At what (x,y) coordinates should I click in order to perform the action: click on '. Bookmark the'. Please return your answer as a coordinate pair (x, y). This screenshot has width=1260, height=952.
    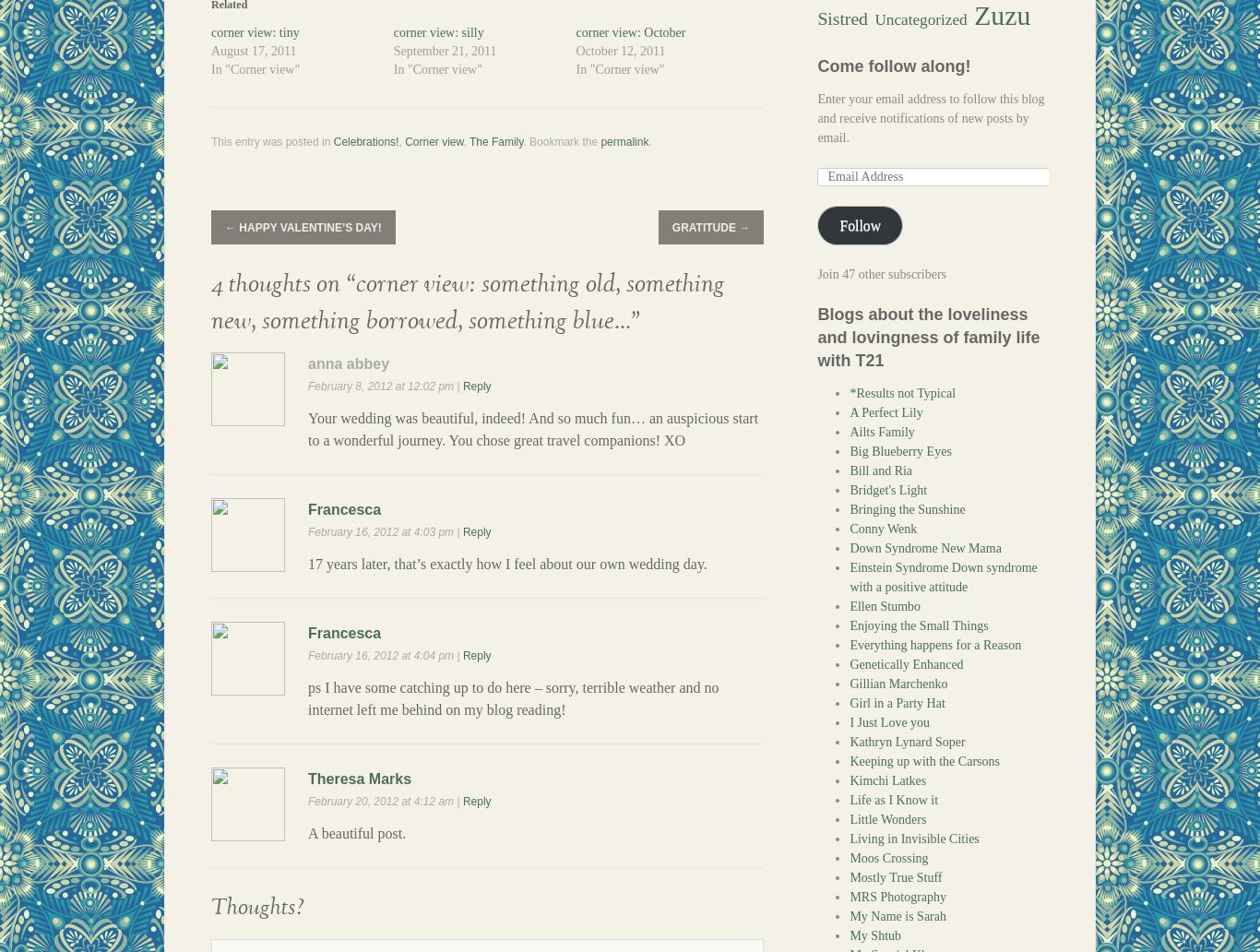
    Looking at the image, I should click on (560, 140).